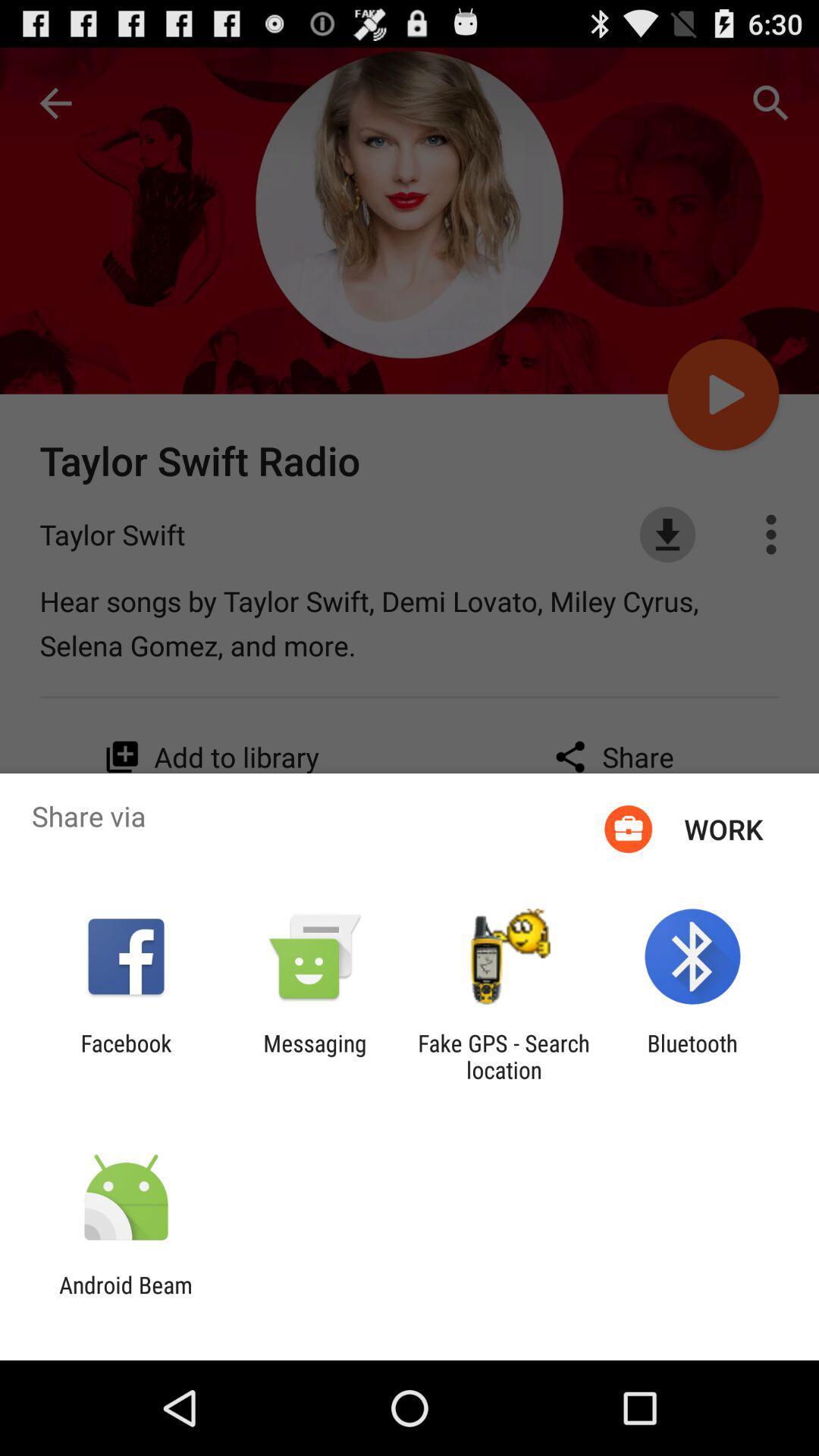  I want to click on the item next to the bluetooth app, so click(504, 1056).